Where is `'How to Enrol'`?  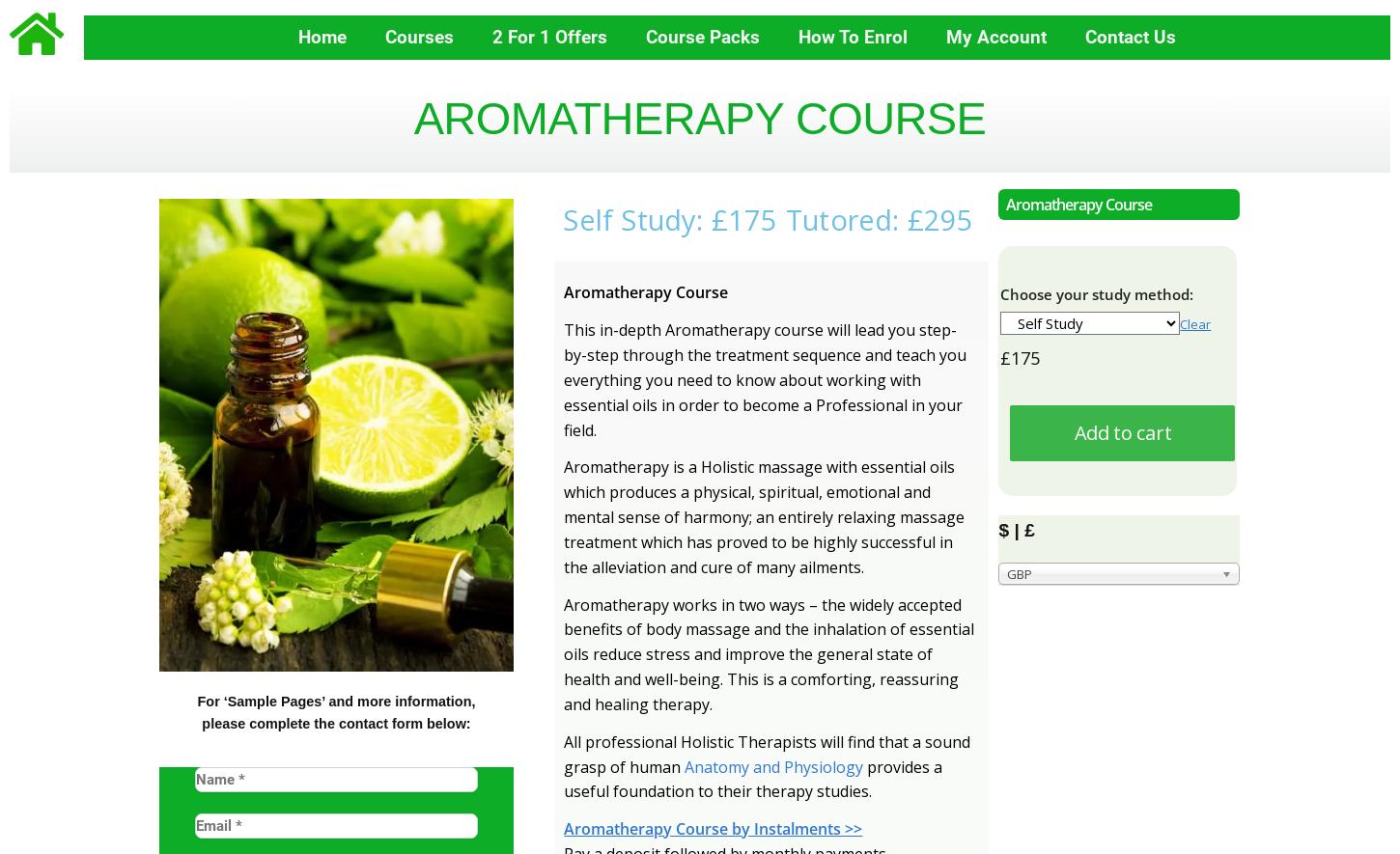 'How to Enrol' is located at coordinates (798, 36).